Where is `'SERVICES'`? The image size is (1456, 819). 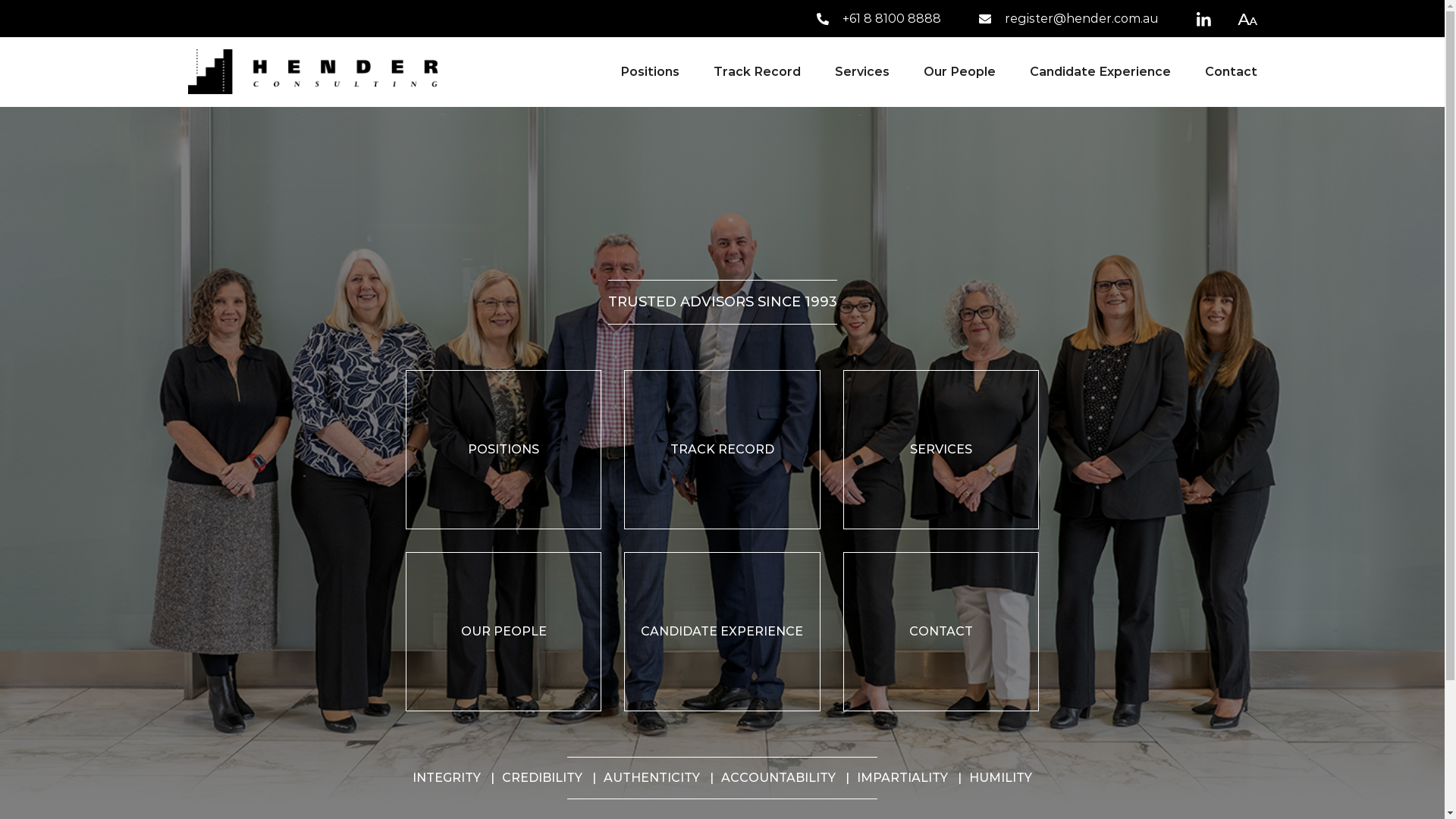 'SERVICES' is located at coordinates (940, 449).